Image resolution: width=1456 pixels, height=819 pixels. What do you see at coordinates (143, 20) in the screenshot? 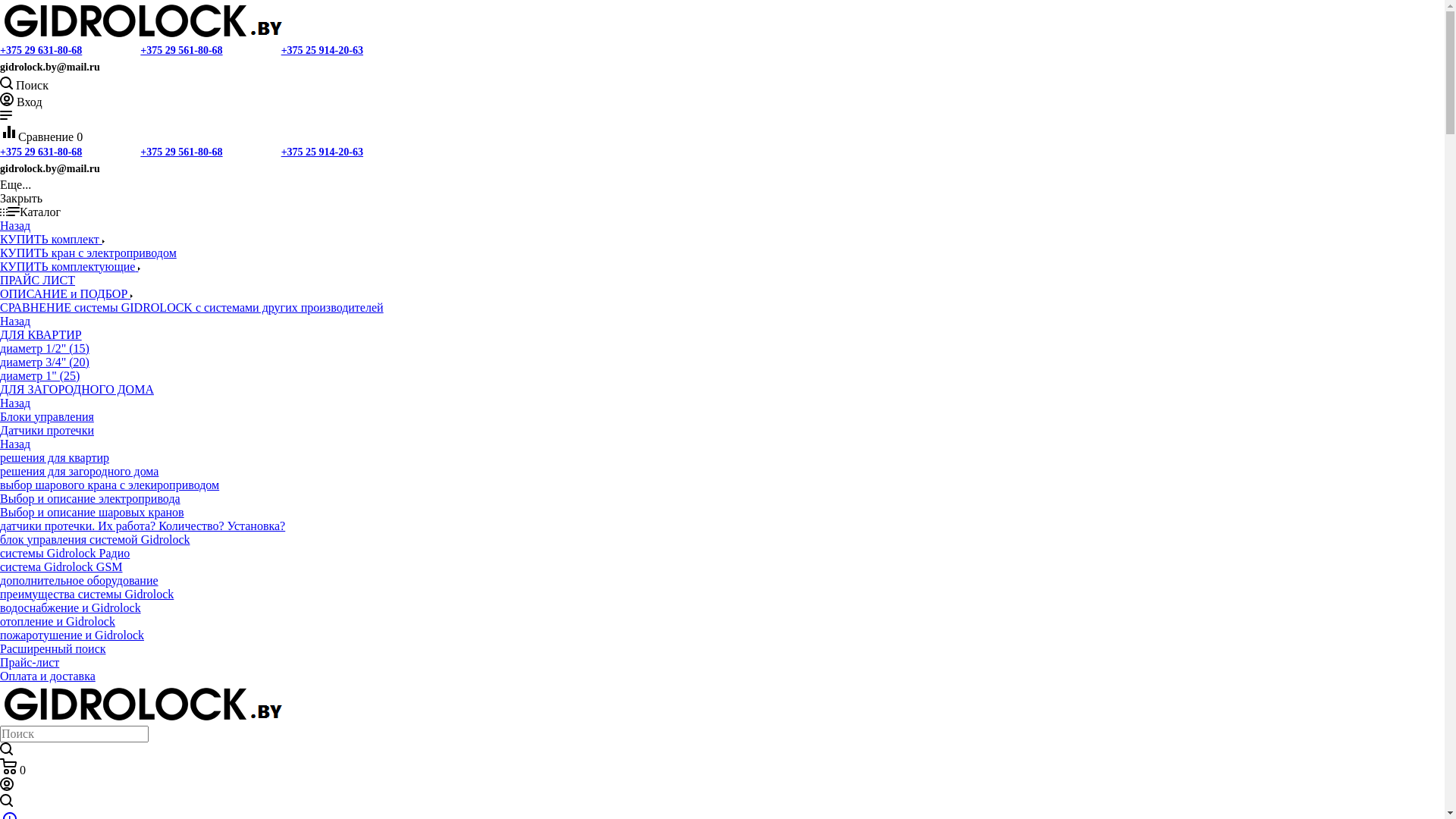
I see `'Gidrolock.by'` at bounding box center [143, 20].